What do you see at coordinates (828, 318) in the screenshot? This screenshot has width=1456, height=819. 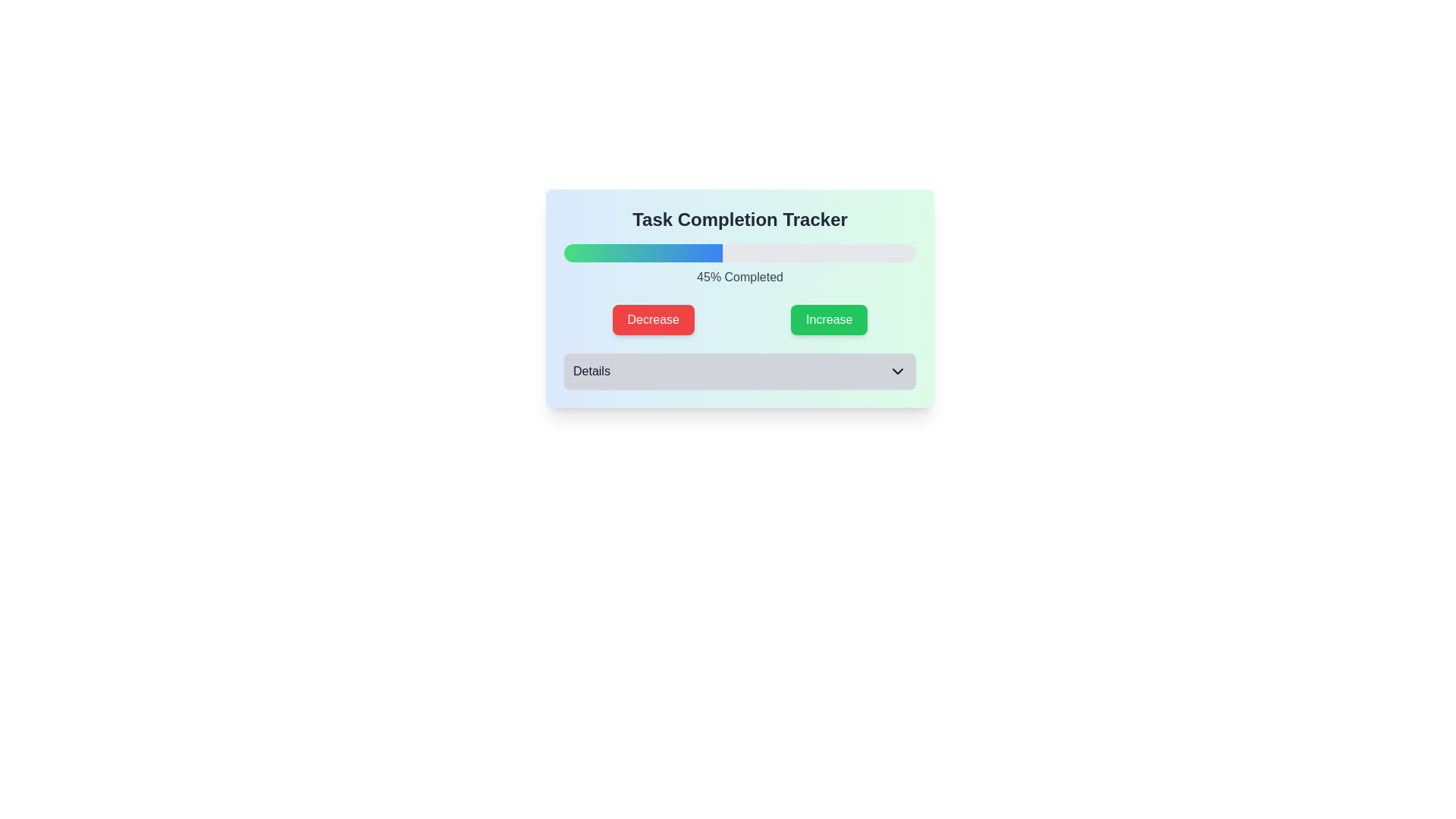 I see `the second button in the horizontal pair, located to the right of the 'Decrease' button` at bounding box center [828, 318].